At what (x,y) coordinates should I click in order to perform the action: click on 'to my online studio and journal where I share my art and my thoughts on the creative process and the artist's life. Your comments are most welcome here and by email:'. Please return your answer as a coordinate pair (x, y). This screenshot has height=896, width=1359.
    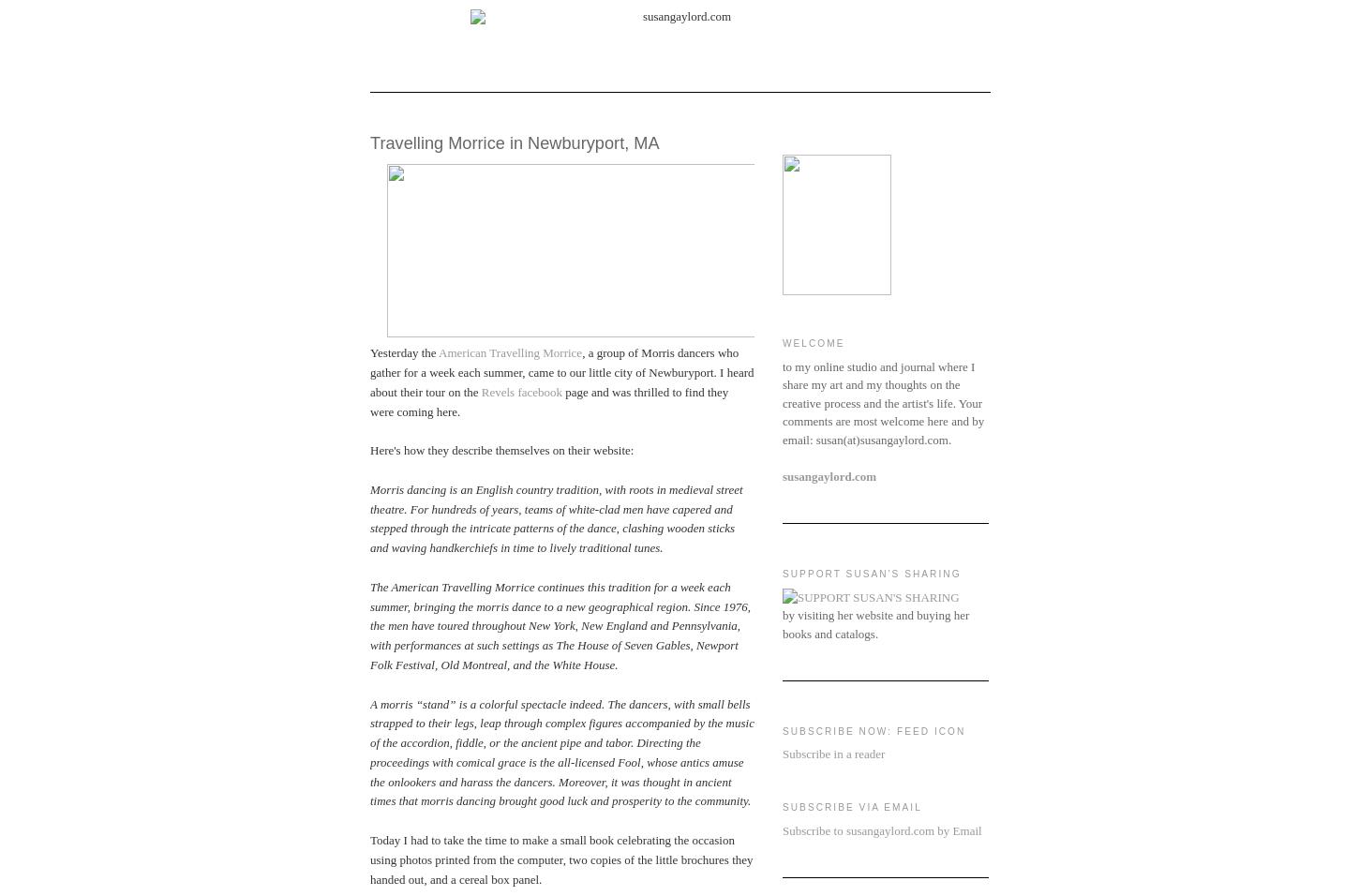
    Looking at the image, I should click on (882, 402).